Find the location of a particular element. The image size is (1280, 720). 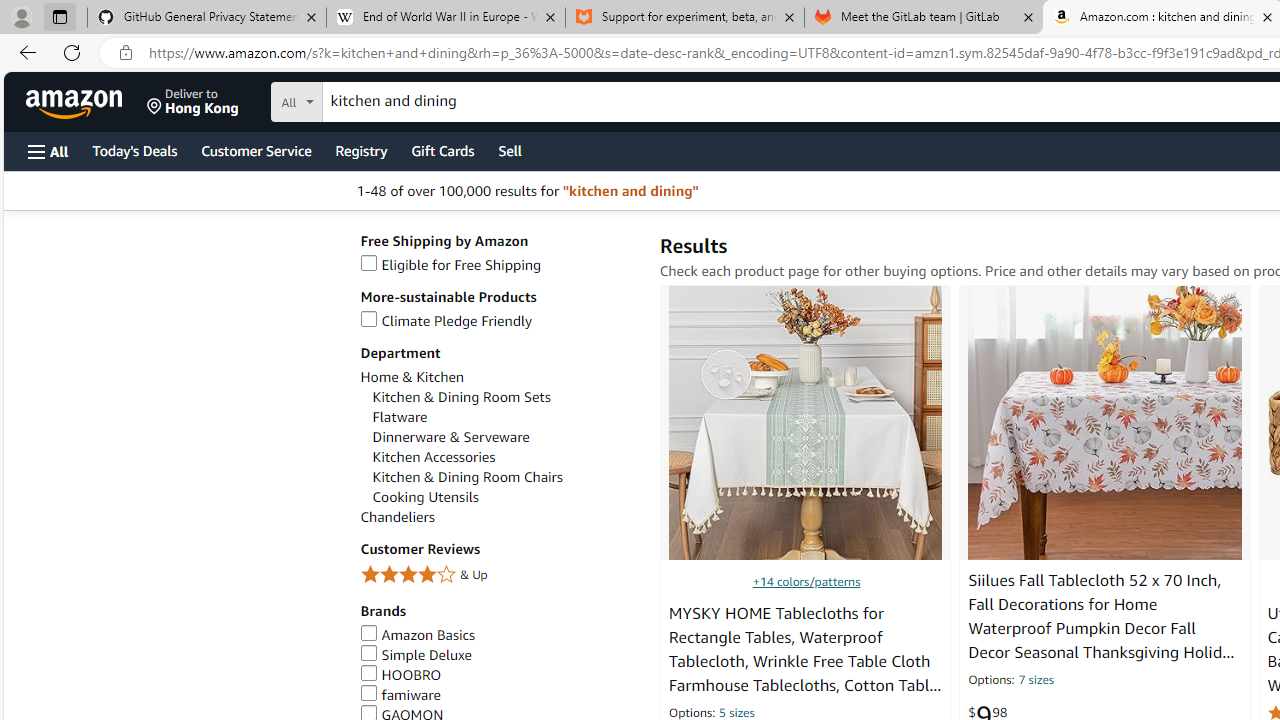

'7 sizes' is located at coordinates (1036, 680).